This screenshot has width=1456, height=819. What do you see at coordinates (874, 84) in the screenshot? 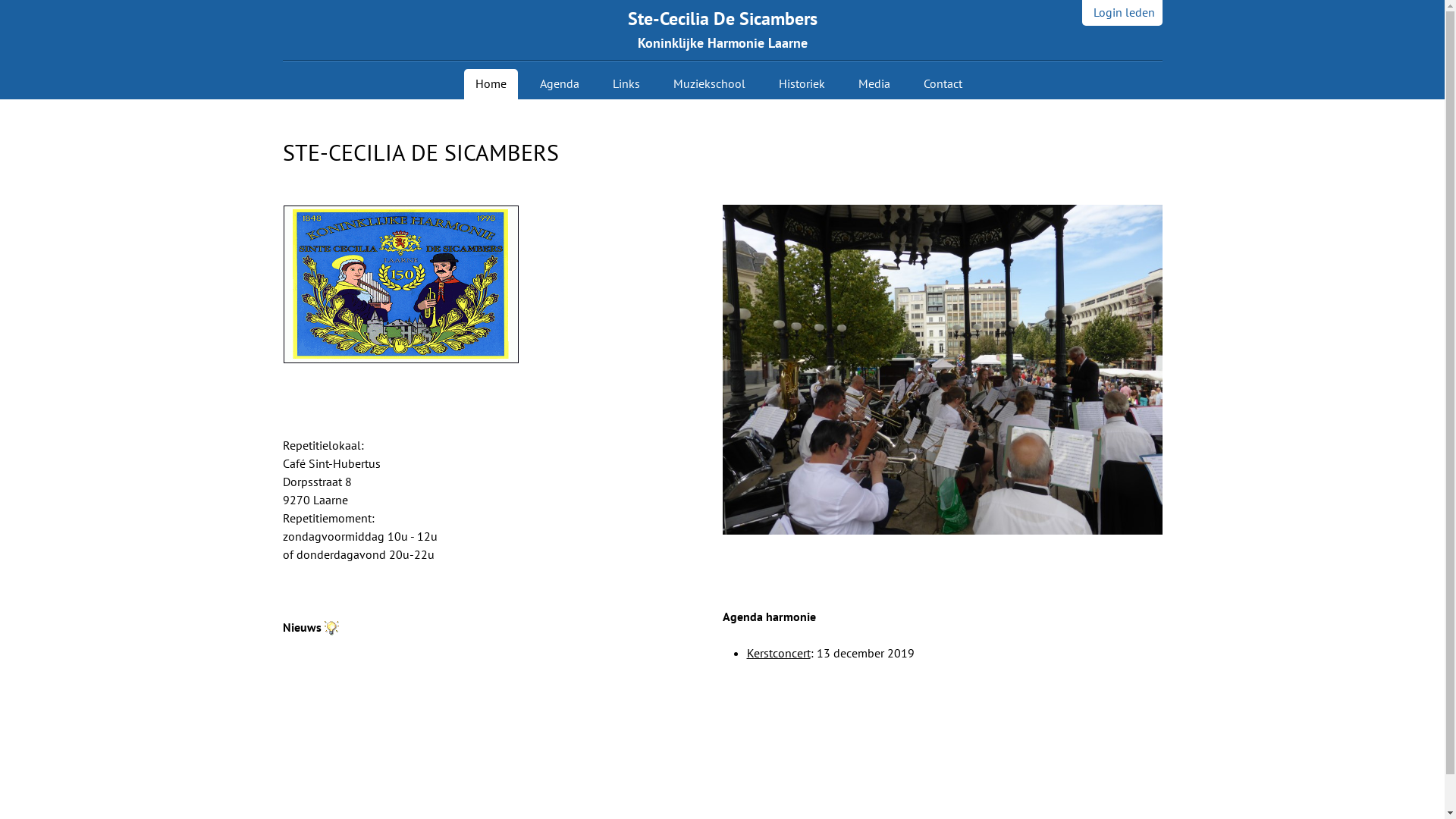
I see `'Media'` at bounding box center [874, 84].